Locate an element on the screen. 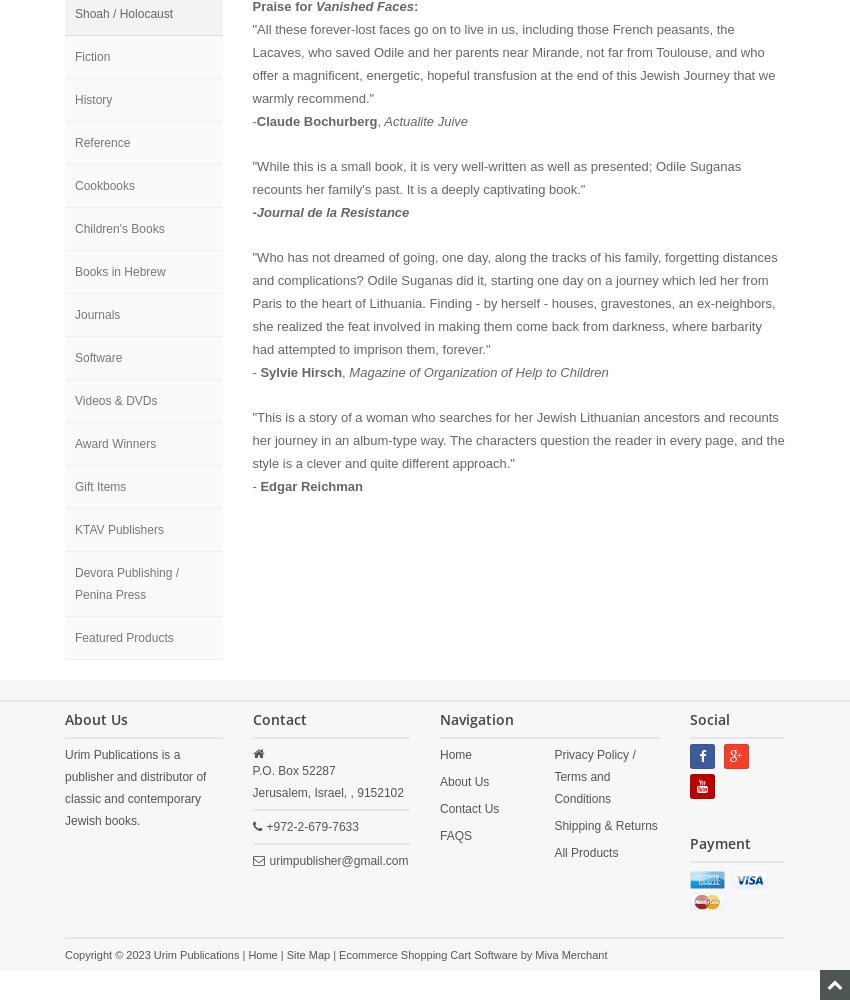 This screenshot has height=1000, width=850. 'Shoah / Holocaust' is located at coordinates (123, 14).